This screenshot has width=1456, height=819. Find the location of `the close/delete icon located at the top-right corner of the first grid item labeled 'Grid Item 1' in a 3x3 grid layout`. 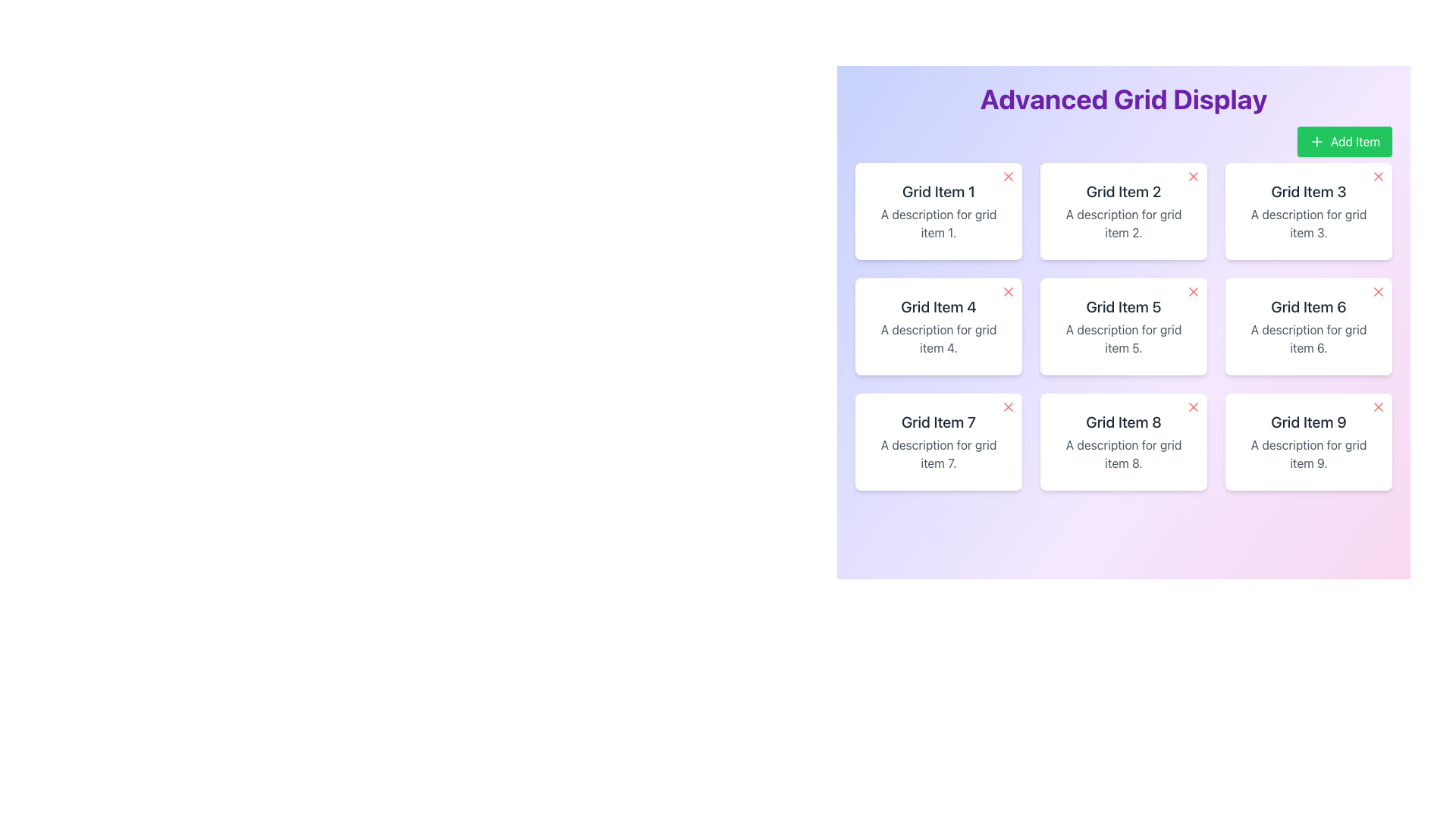

the close/delete icon located at the top-right corner of the first grid item labeled 'Grid Item 1' in a 3x3 grid layout is located at coordinates (1008, 175).